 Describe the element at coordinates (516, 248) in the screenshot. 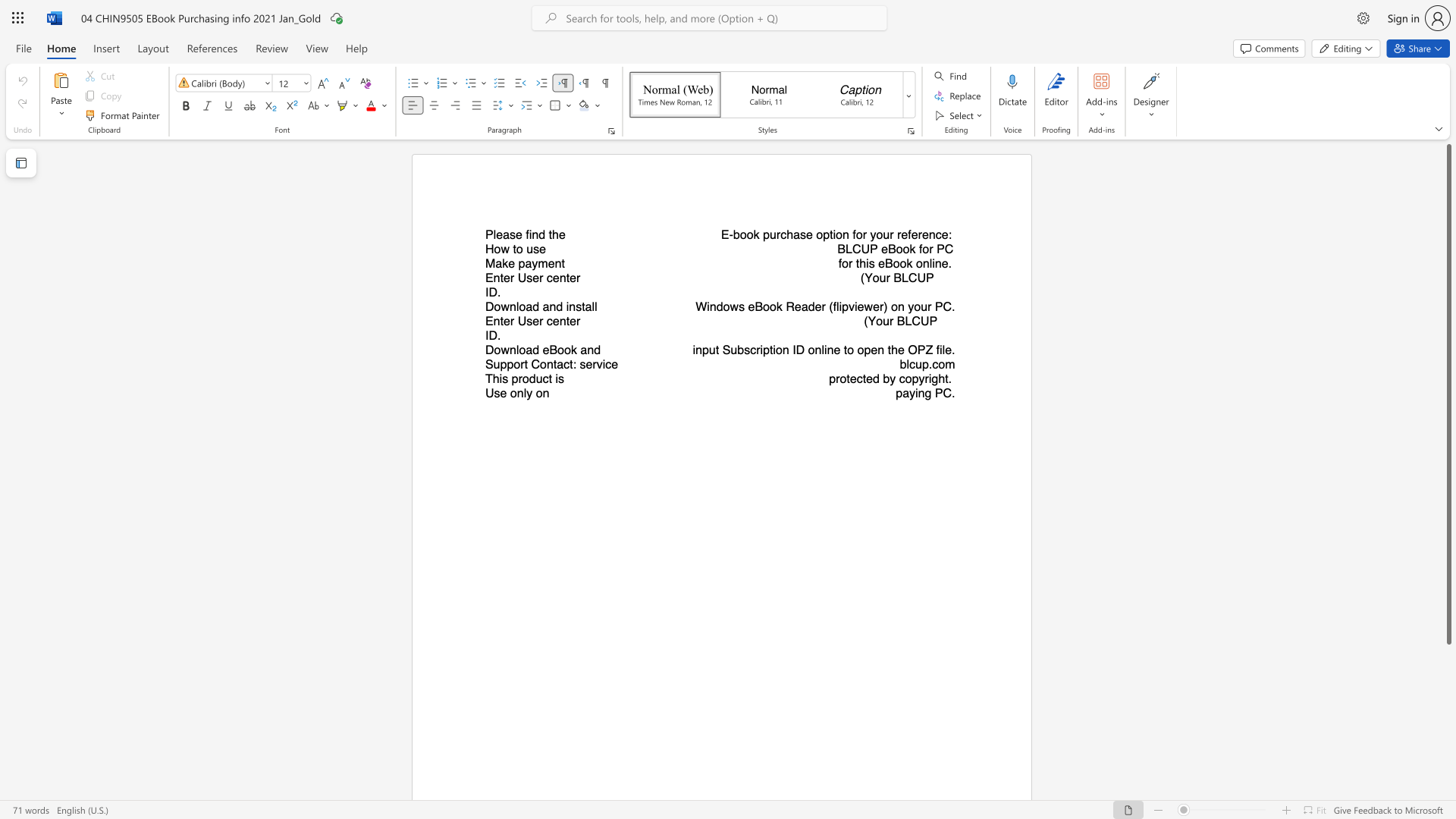

I see `the subset text "o us" within the text "How to use"` at that location.